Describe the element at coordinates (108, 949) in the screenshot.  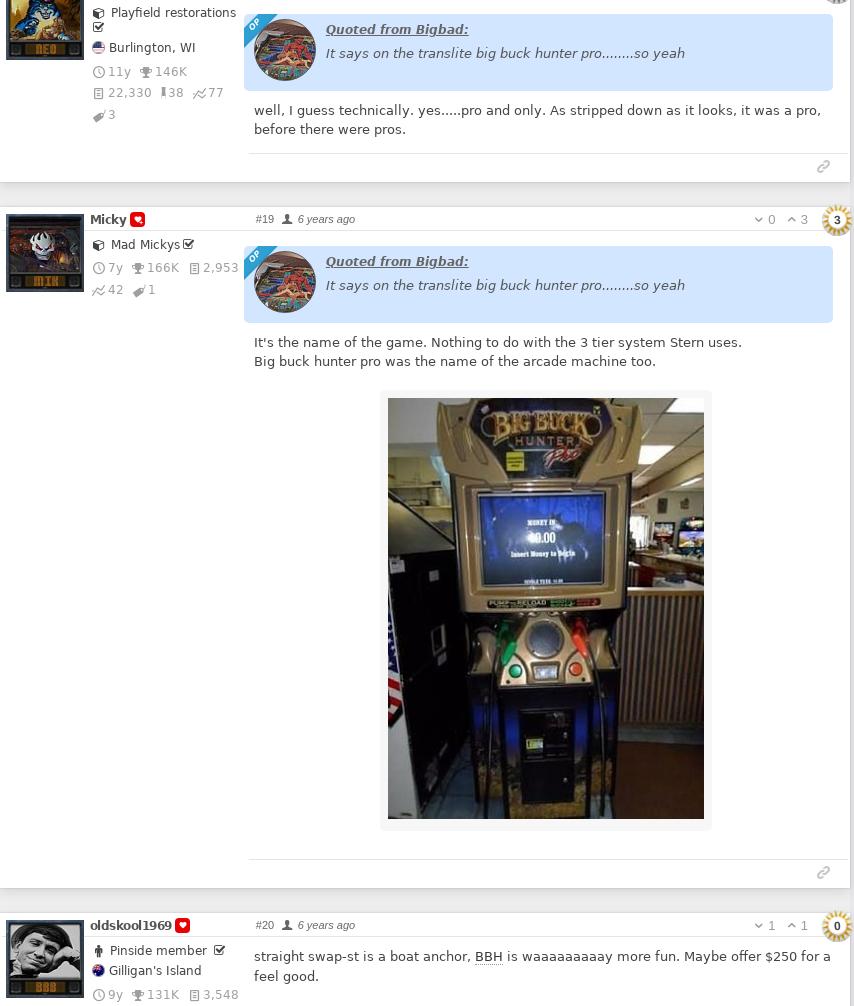
I see `'Pinside member'` at that location.